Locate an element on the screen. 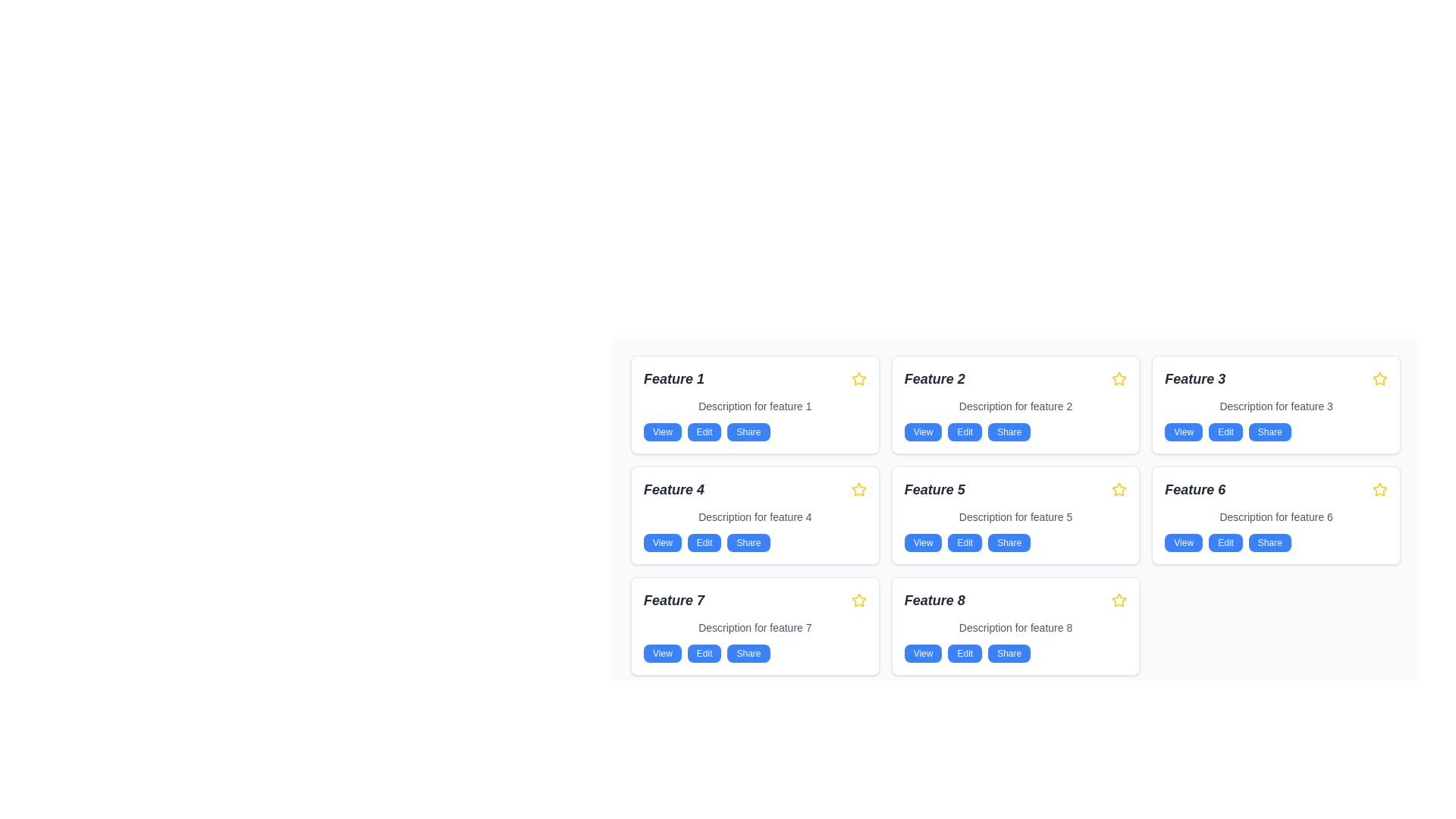 Image resolution: width=1456 pixels, height=819 pixels. the star-shaped yellow icon in the 'Feature 3' section is located at coordinates (1379, 378).